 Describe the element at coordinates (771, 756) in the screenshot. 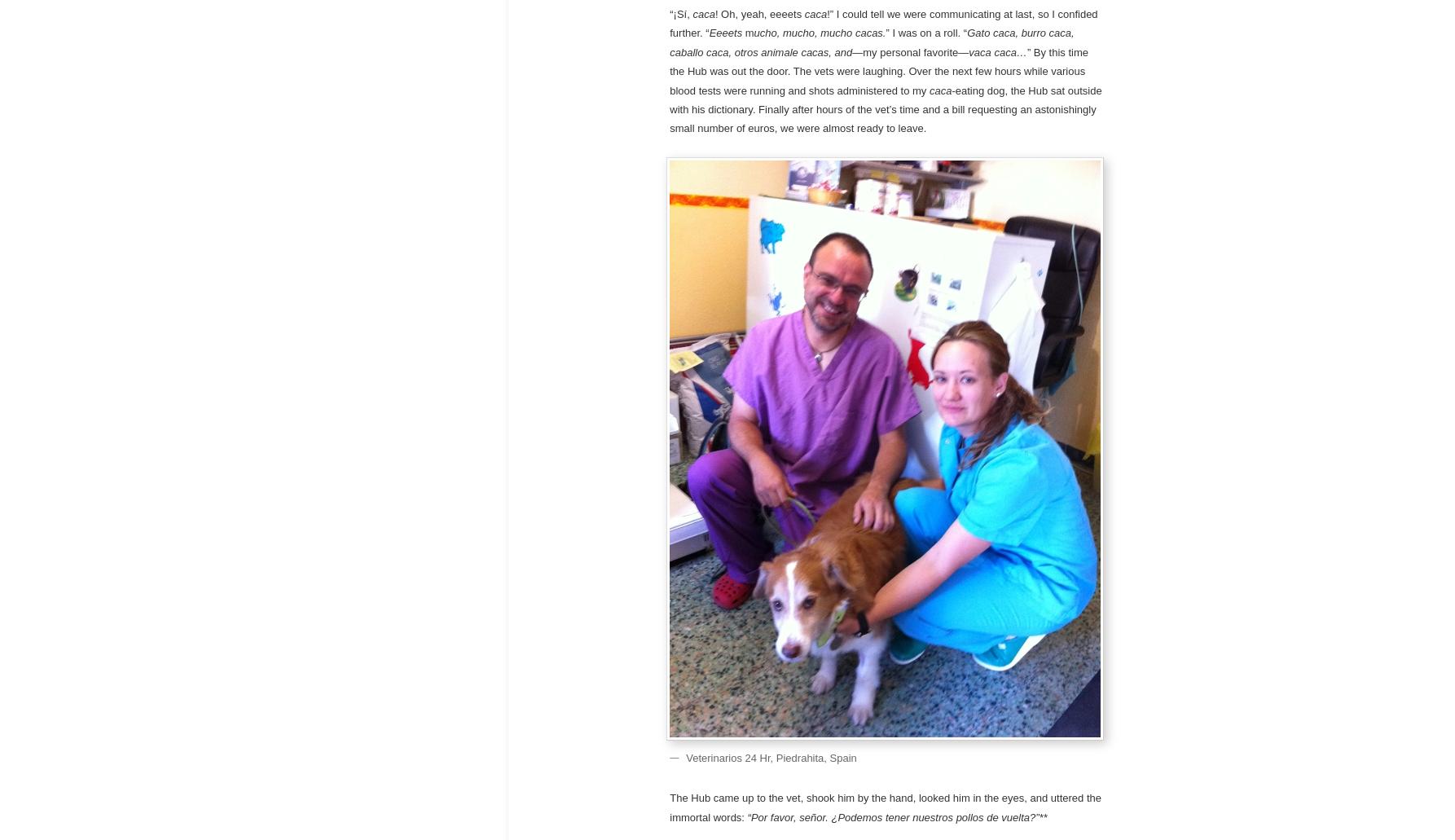

I see `'Veterinarios 24 Hr, Piedrahita, Spain'` at that location.